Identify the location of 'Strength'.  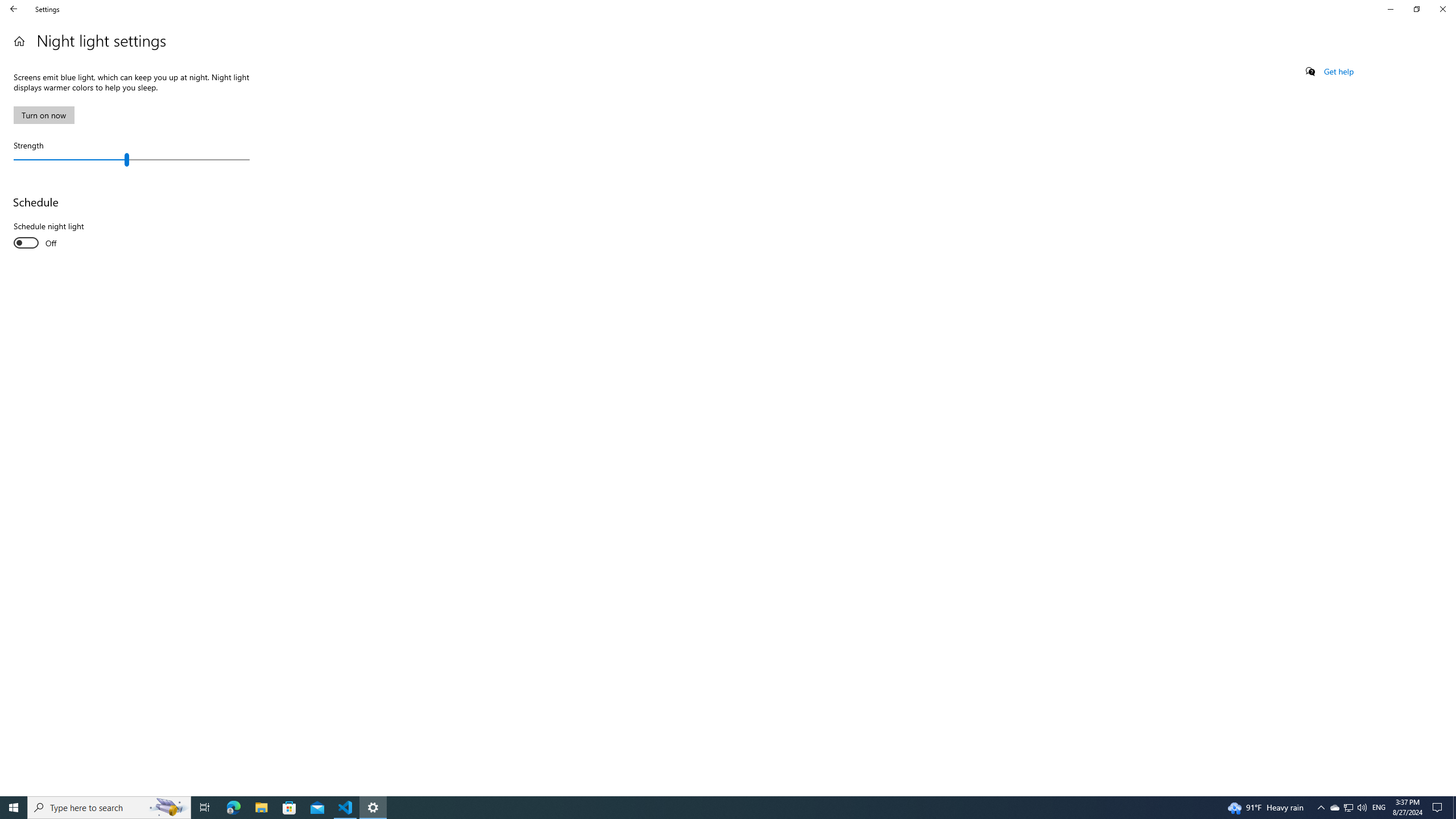
(130, 159).